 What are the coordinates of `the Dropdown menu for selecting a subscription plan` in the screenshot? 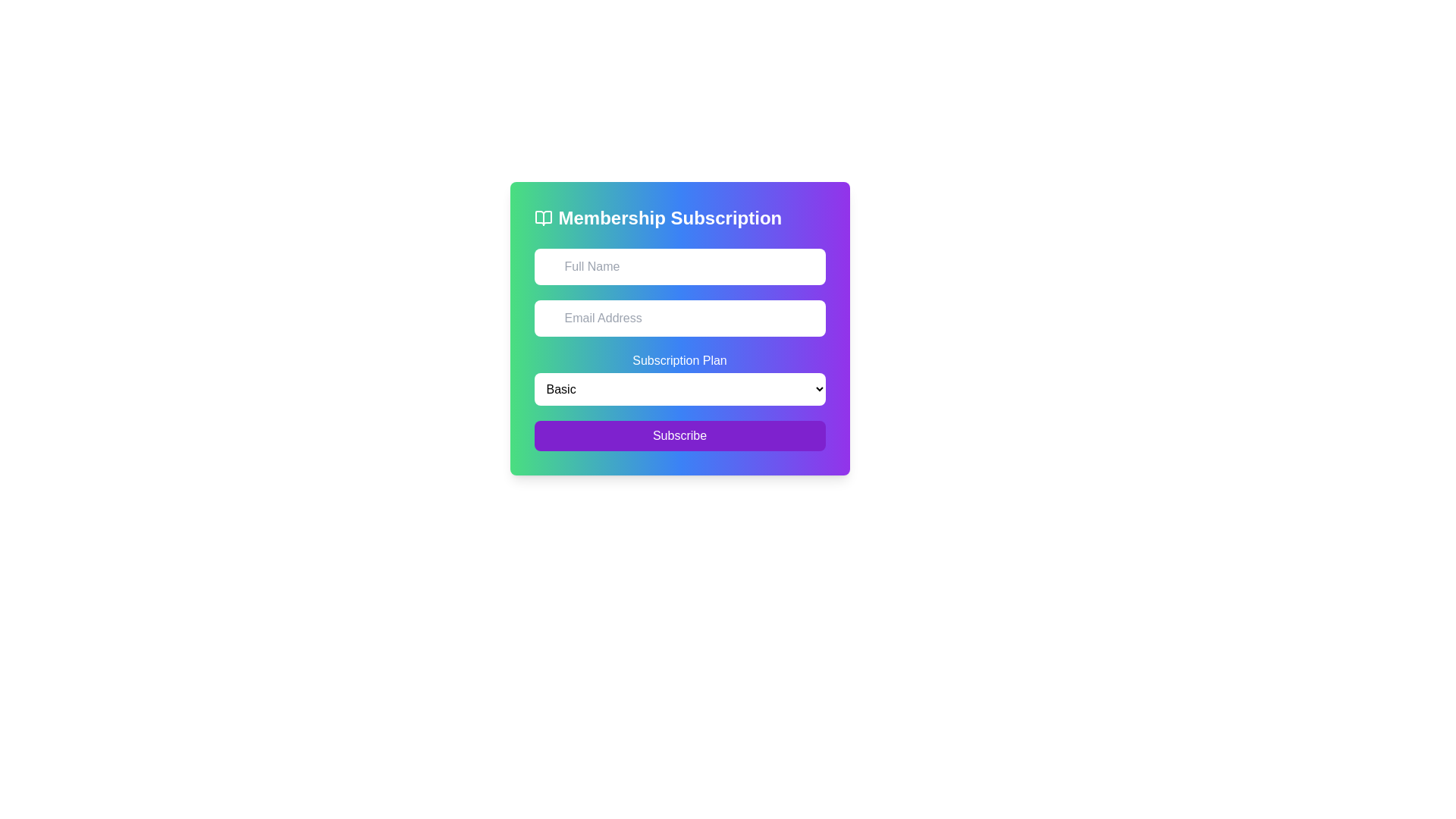 It's located at (679, 388).